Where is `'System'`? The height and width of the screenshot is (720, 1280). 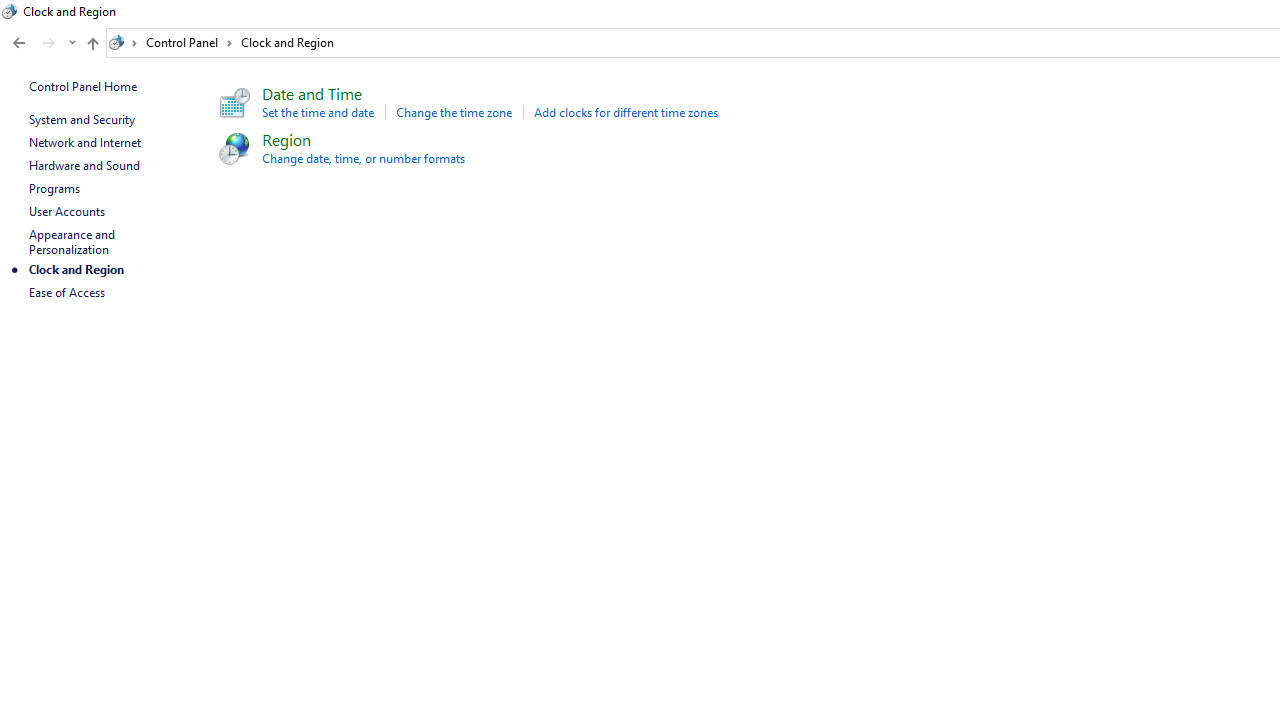
'System' is located at coordinates (10, 11).